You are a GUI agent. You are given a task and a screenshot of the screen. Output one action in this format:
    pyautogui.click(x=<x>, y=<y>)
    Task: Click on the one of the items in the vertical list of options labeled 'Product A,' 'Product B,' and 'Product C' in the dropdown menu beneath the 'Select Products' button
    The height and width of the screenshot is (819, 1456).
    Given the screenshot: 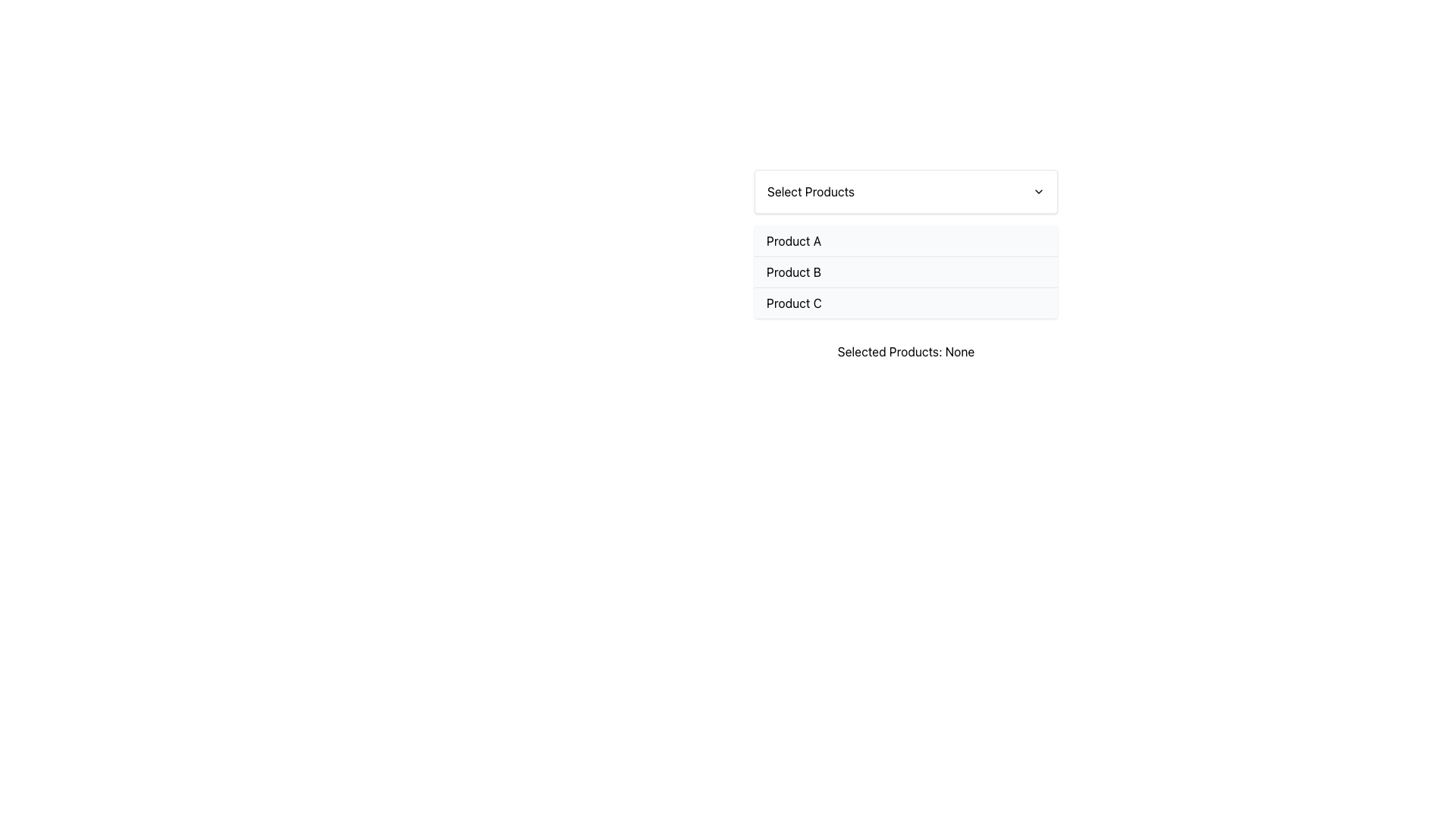 What is the action you would take?
    pyautogui.click(x=906, y=271)
    